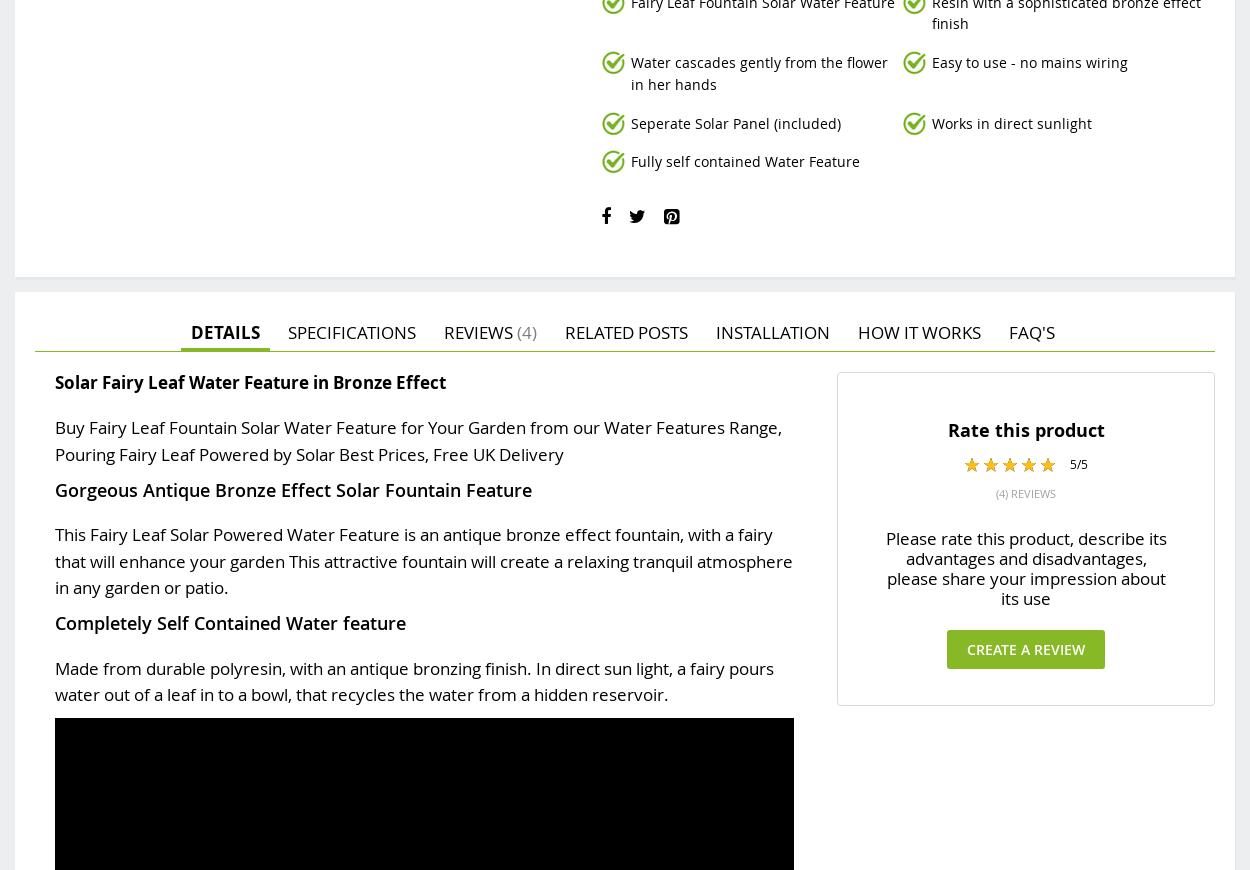 The height and width of the screenshot is (870, 1250). I want to click on 'Create a review', so click(1026, 648).